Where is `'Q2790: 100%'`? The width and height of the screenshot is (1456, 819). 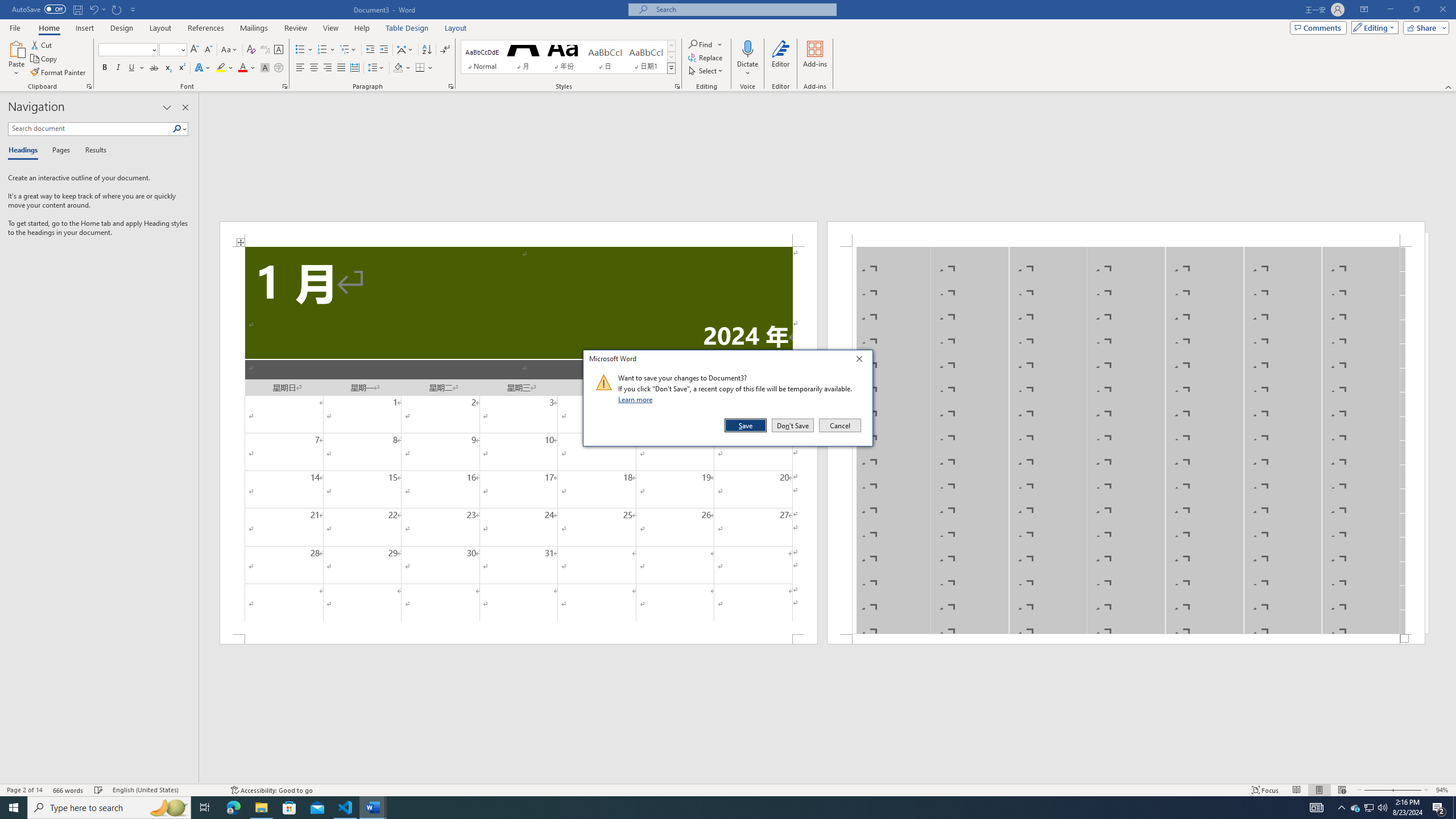 'Q2790: 100%' is located at coordinates (1381, 806).